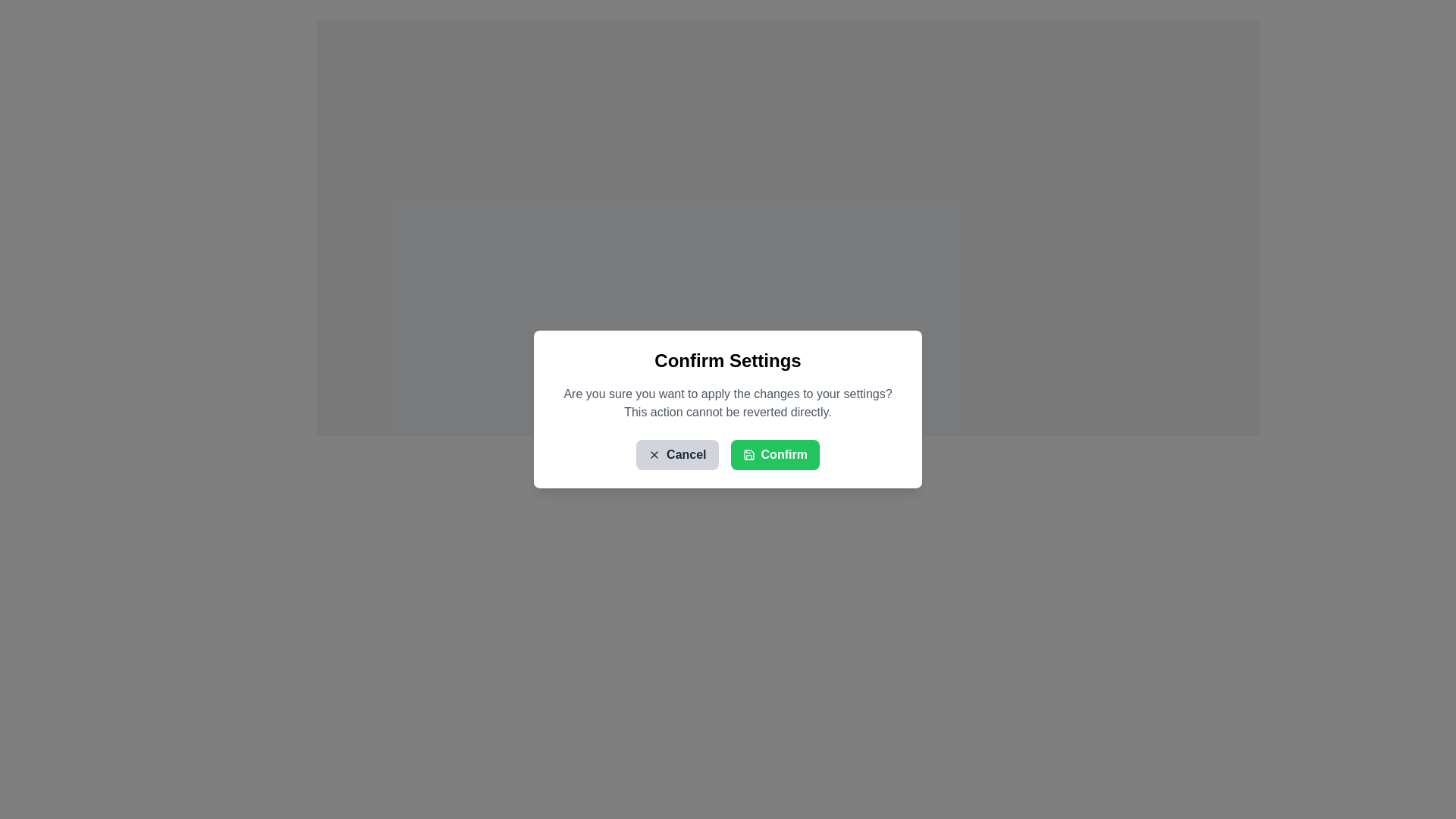 This screenshot has height=819, width=1456. Describe the element at coordinates (775, 454) in the screenshot. I see `the confirmation button located on the right side of the grey 'Cancel' button to observe the hover effect` at that location.